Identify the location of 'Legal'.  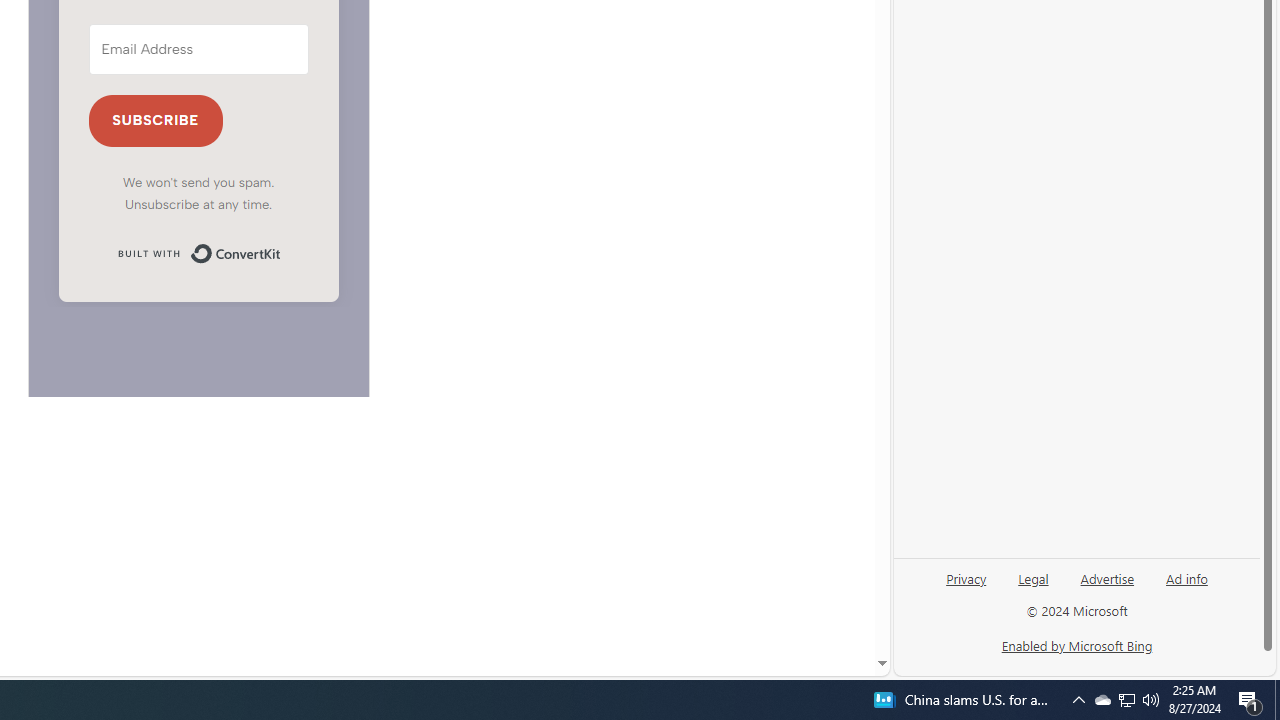
(1033, 577).